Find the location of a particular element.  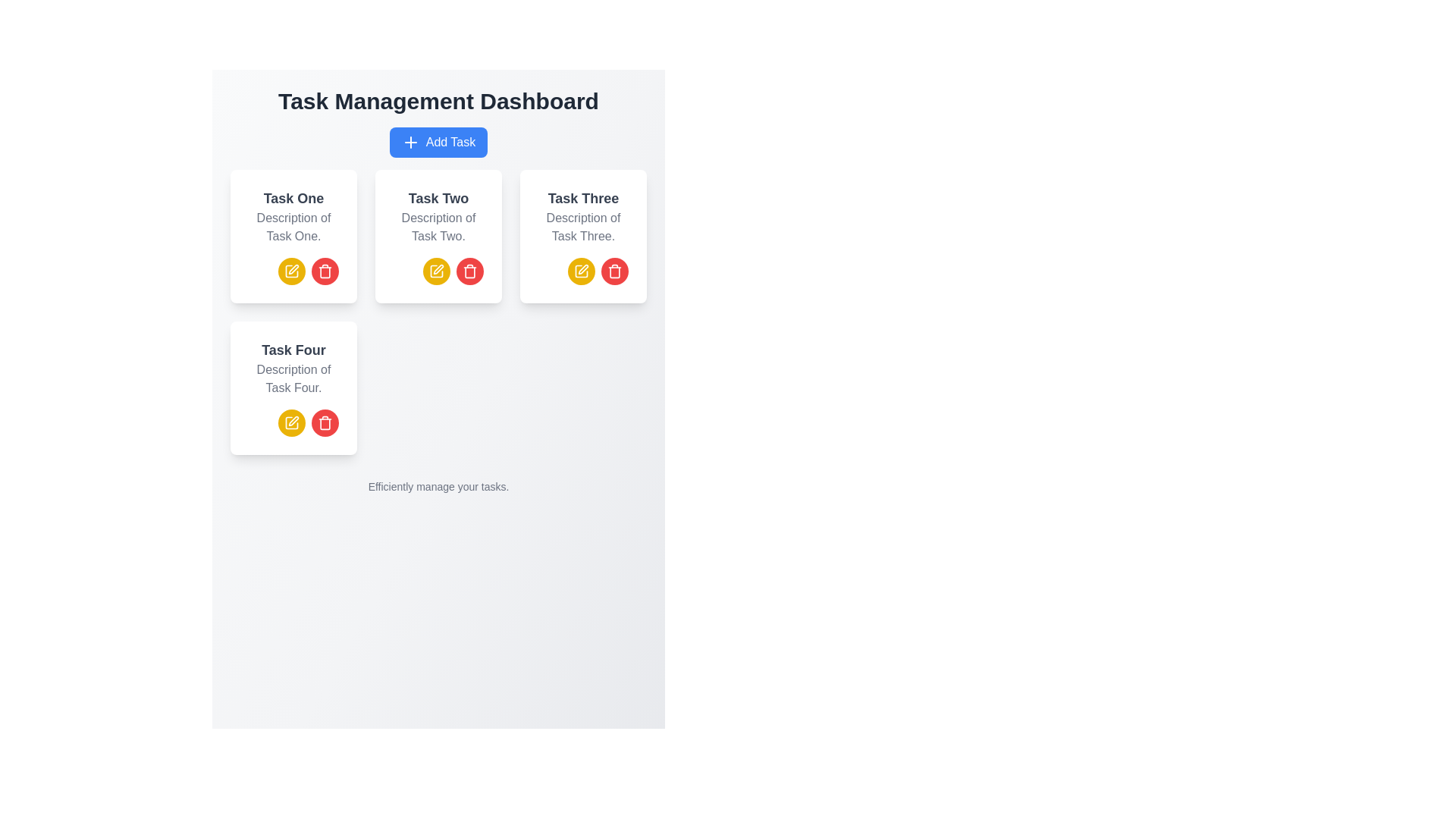

the yellow edit button with a pencil icon located in the lower section of the 'Task One' card to initiate editing the task is located at coordinates (293, 271).